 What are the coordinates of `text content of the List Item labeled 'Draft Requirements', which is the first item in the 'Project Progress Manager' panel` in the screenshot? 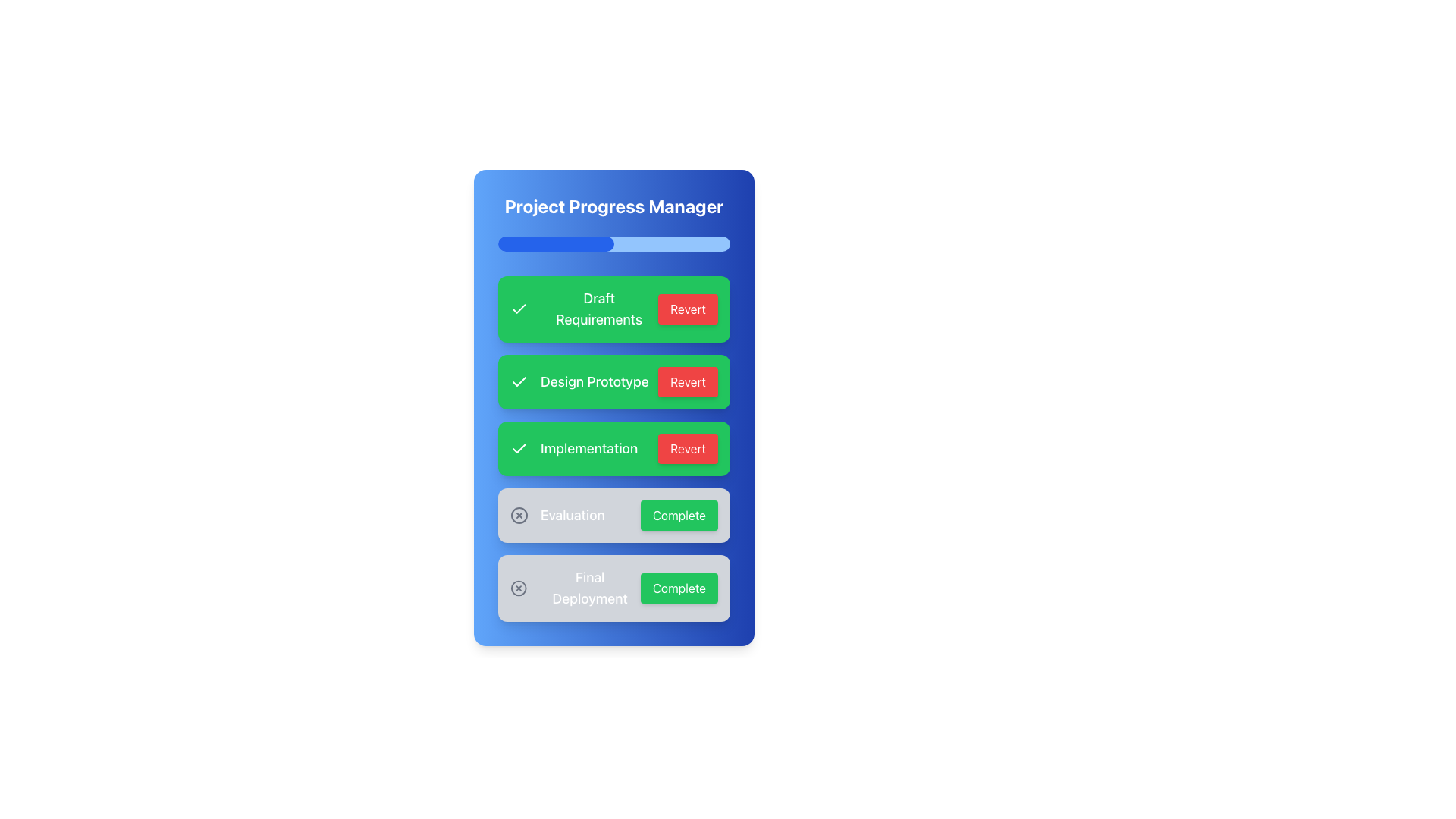 It's located at (614, 309).